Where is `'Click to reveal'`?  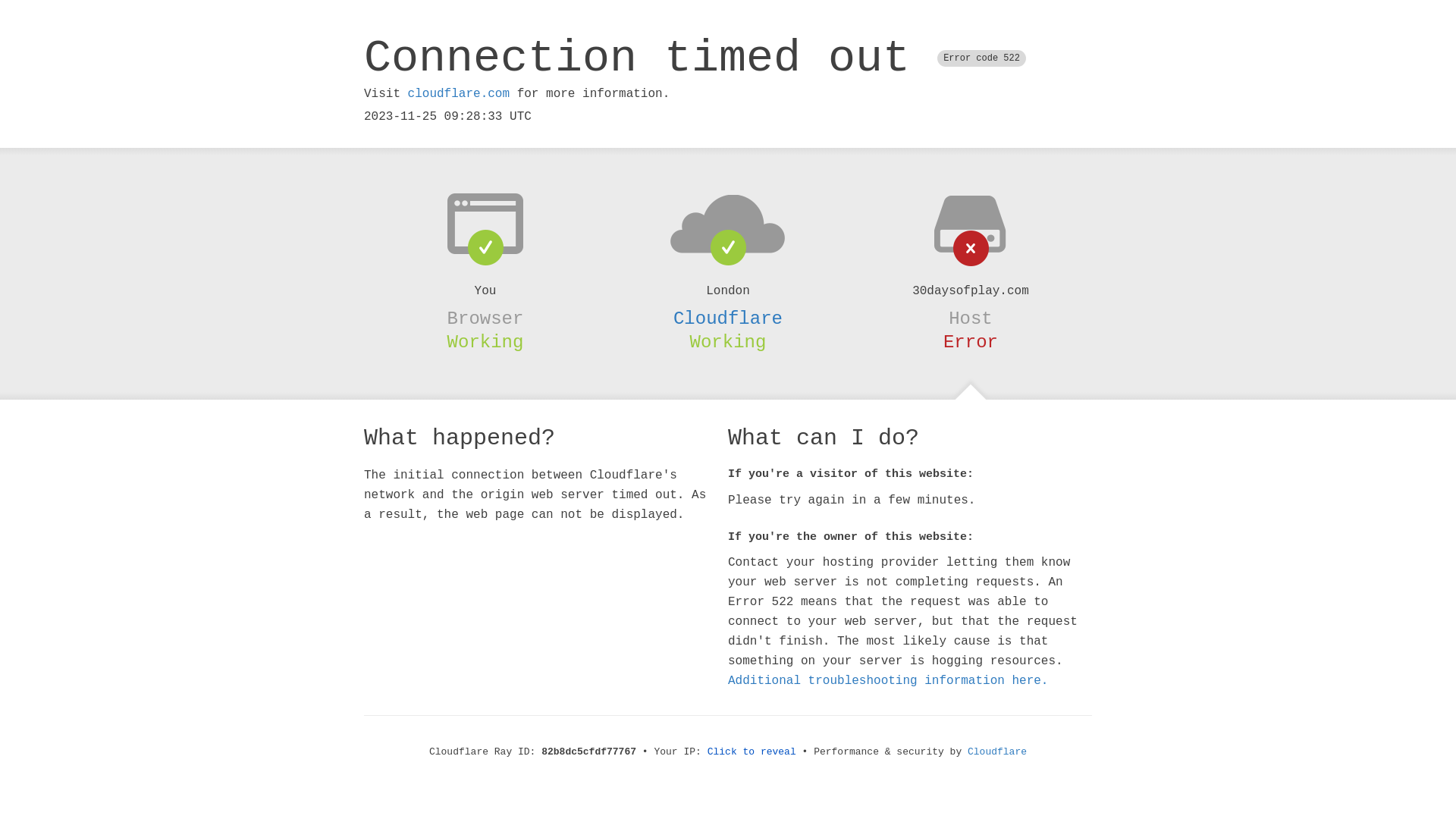 'Click to reveal' is located at coordinates (752, 752).